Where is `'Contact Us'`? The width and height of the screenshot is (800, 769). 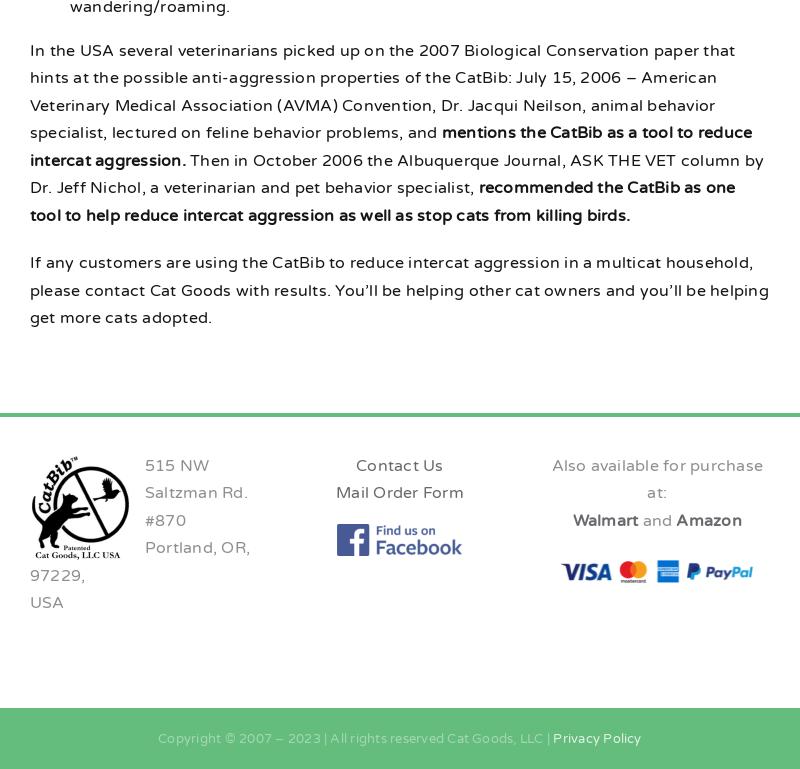
'Contact Us' is located at coordinates (398, 465).